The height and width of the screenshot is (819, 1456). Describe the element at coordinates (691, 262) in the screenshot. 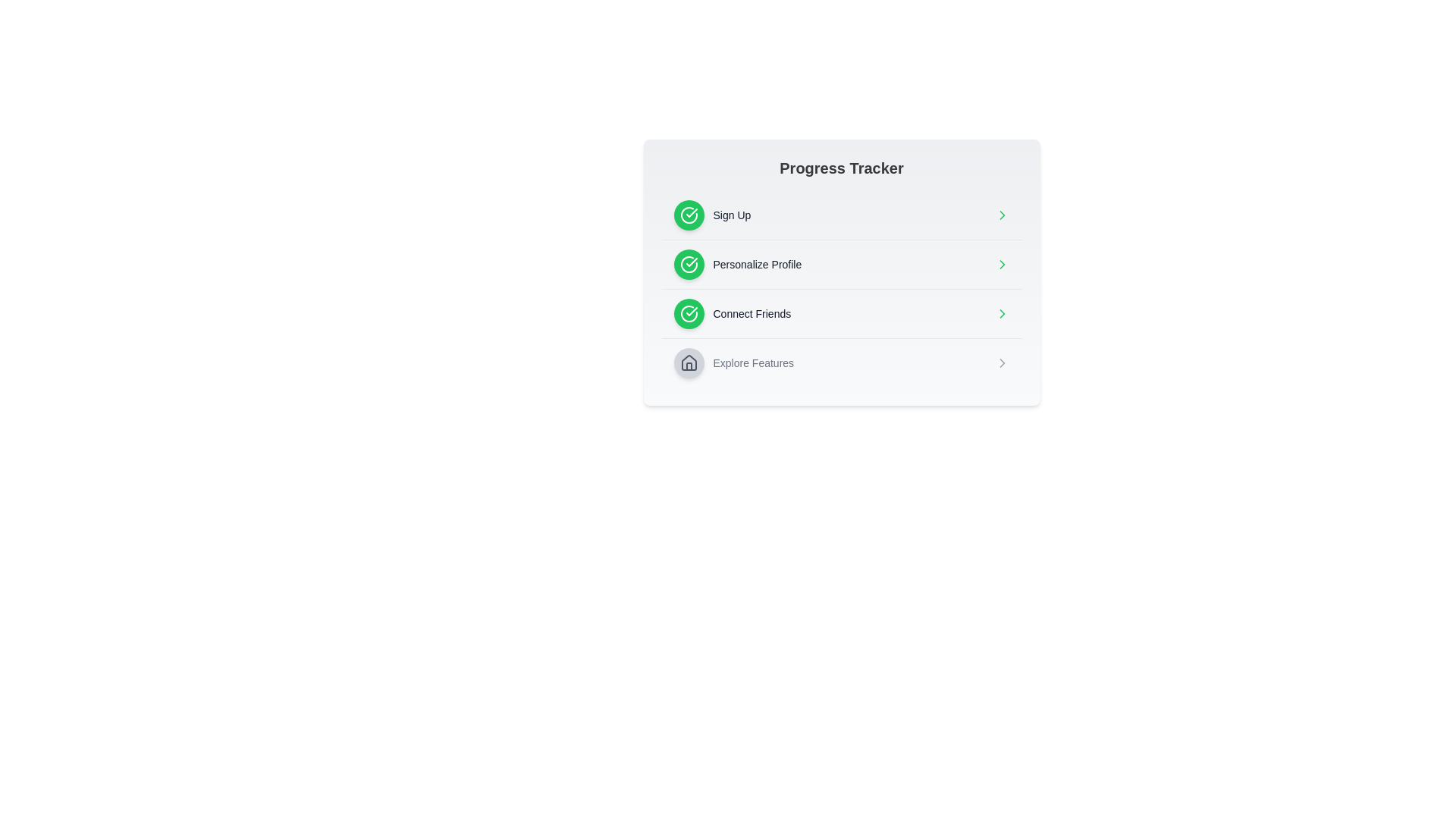

I see `the green checkmark icon inside a circular outline that is part of the progress tracker, located to the left of the 'Sign Up' text label` at that location.